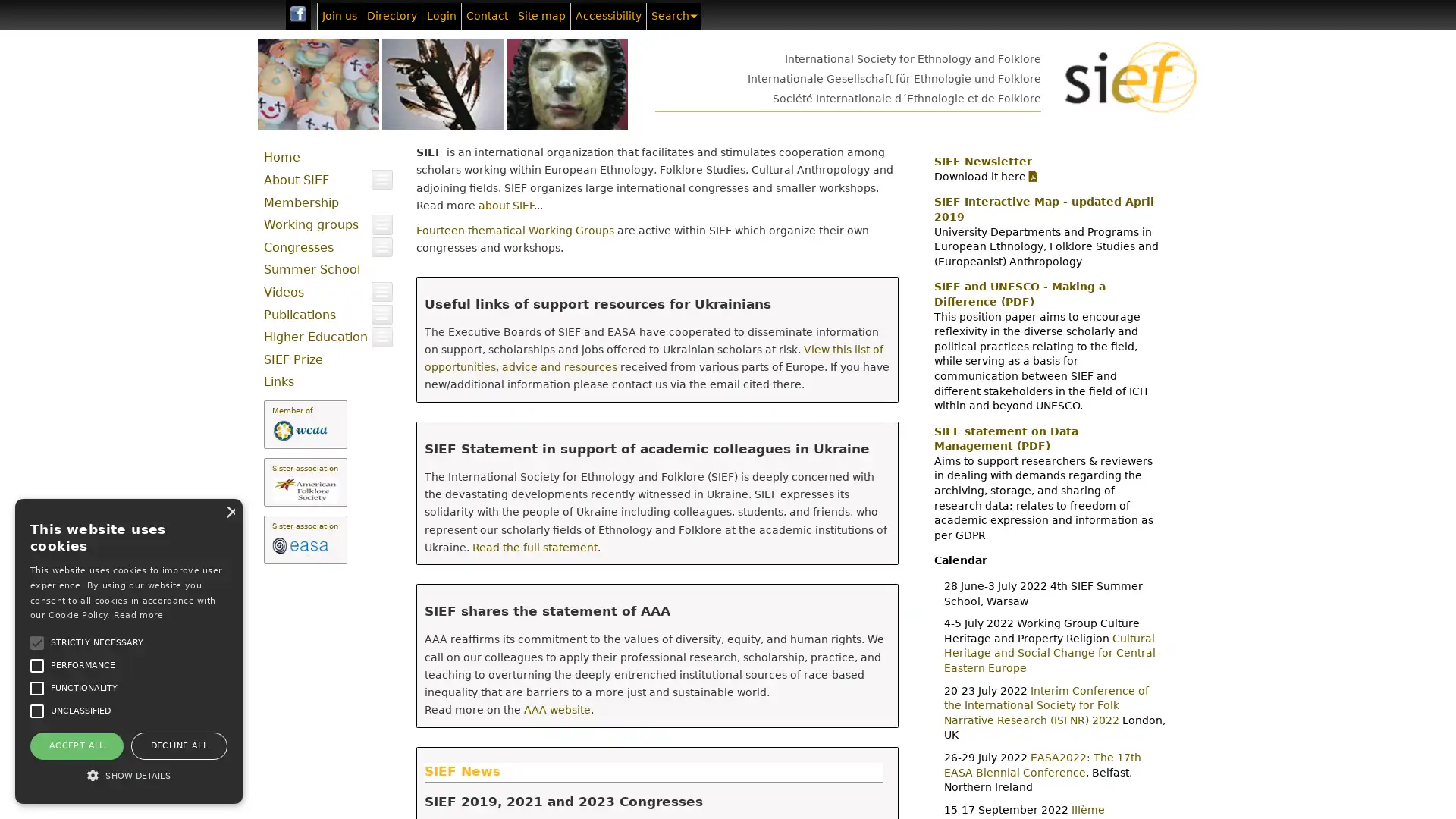  Describe the element at coordinates (75, 745) in the screenshot. I see `ACCEPT ALL` at that location.